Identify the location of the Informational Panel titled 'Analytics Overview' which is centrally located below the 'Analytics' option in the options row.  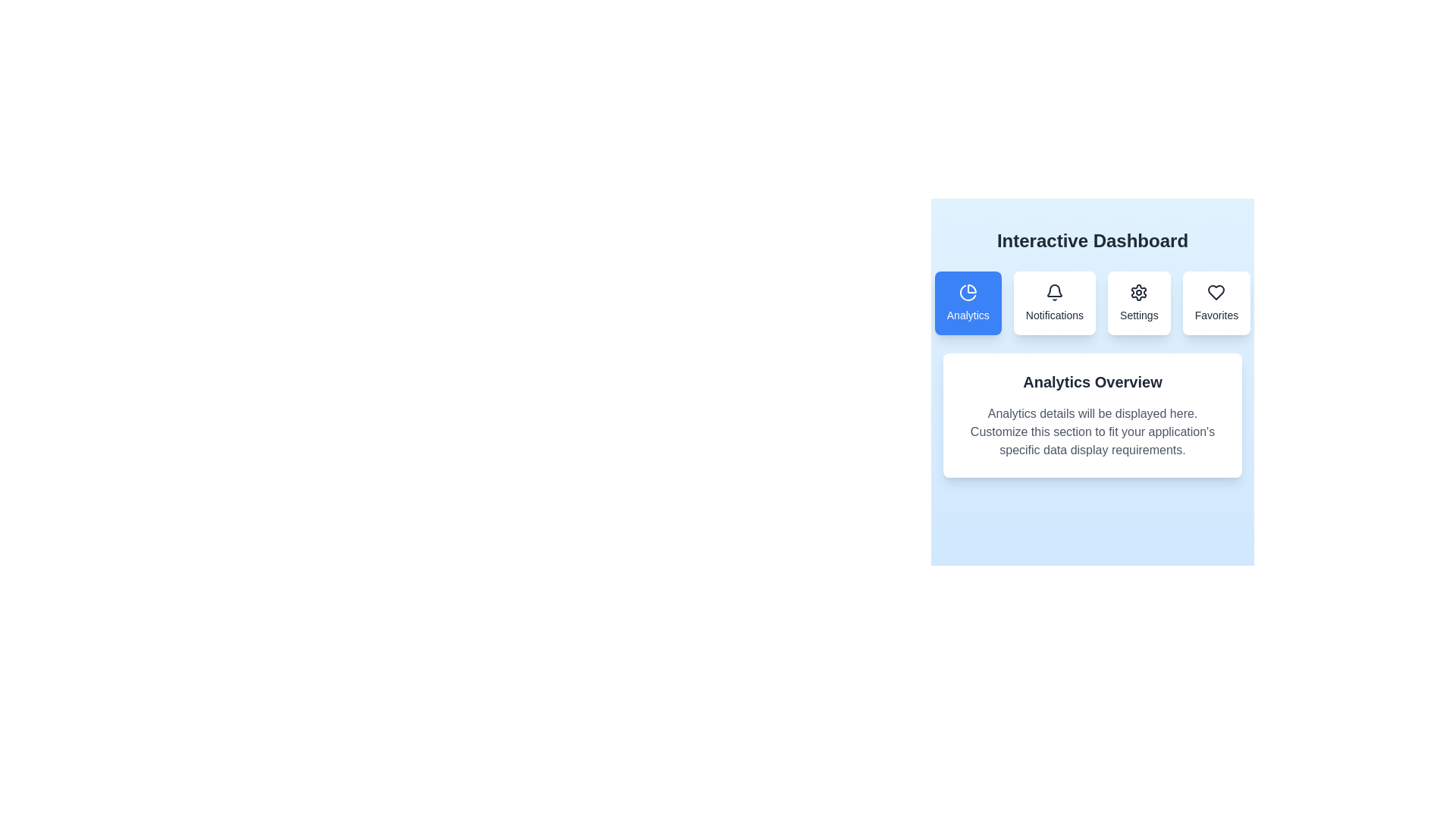
(1092, 415).